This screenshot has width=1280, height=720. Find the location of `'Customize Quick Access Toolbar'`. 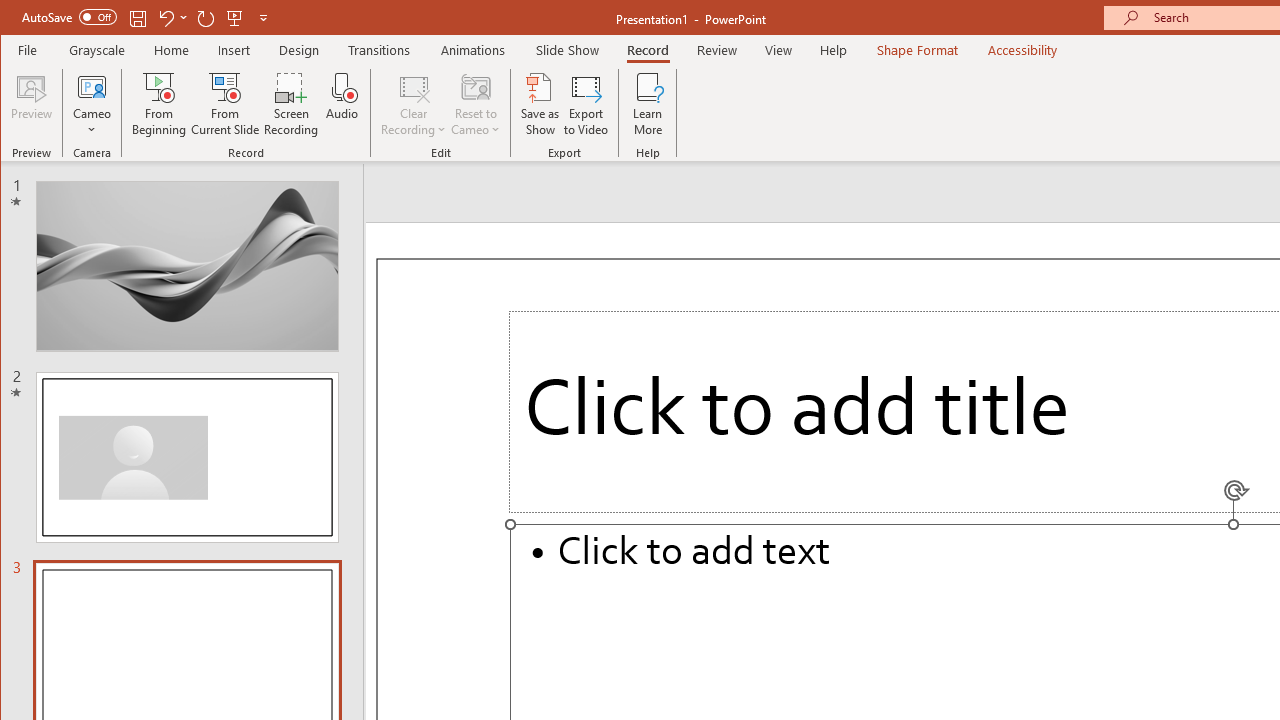

'Customize Quick Access Toolbar' is located at coordinates (262, 17).